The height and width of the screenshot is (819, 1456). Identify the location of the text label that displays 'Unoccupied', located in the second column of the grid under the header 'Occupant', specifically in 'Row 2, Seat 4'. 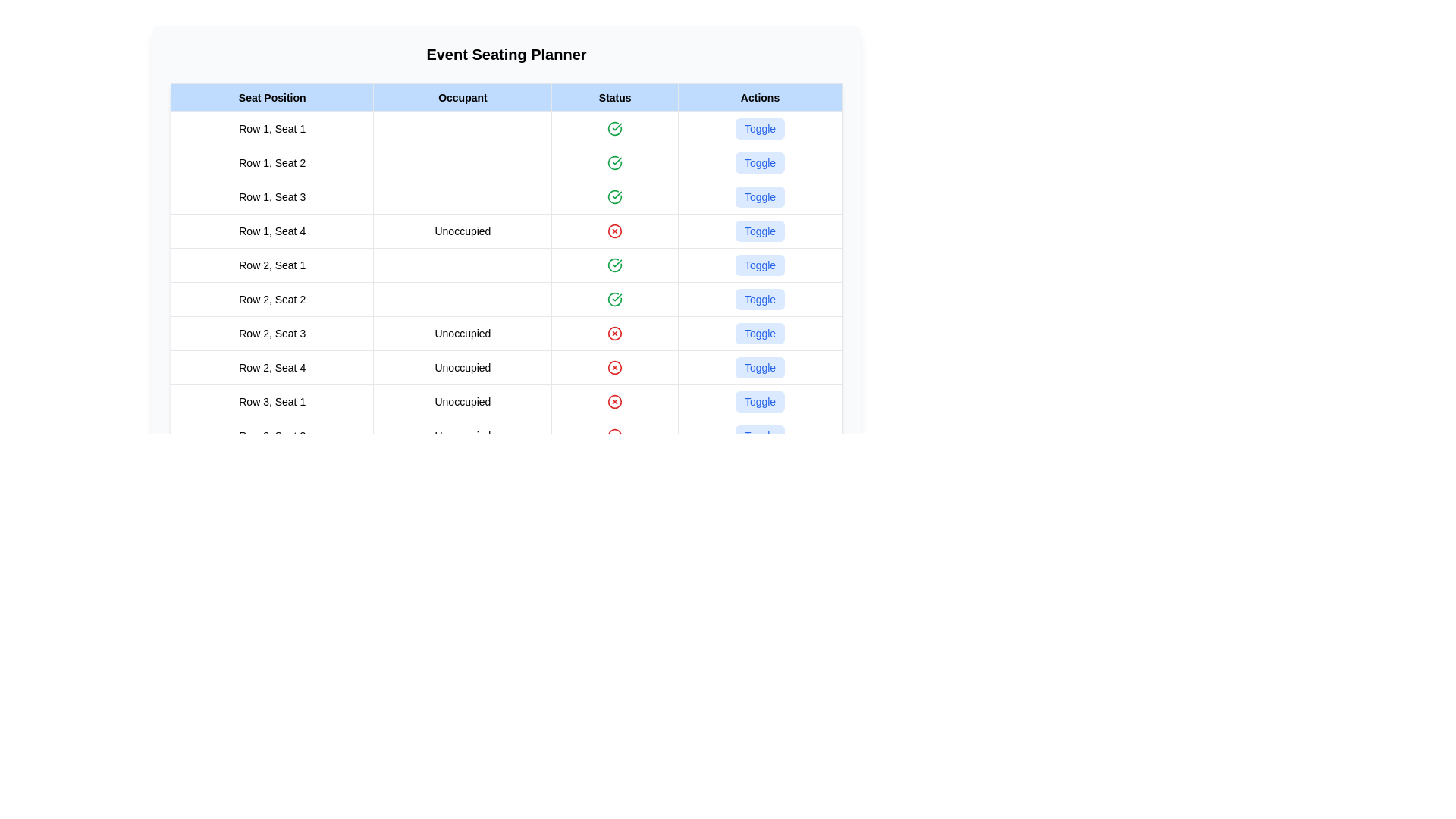
(462, 368).